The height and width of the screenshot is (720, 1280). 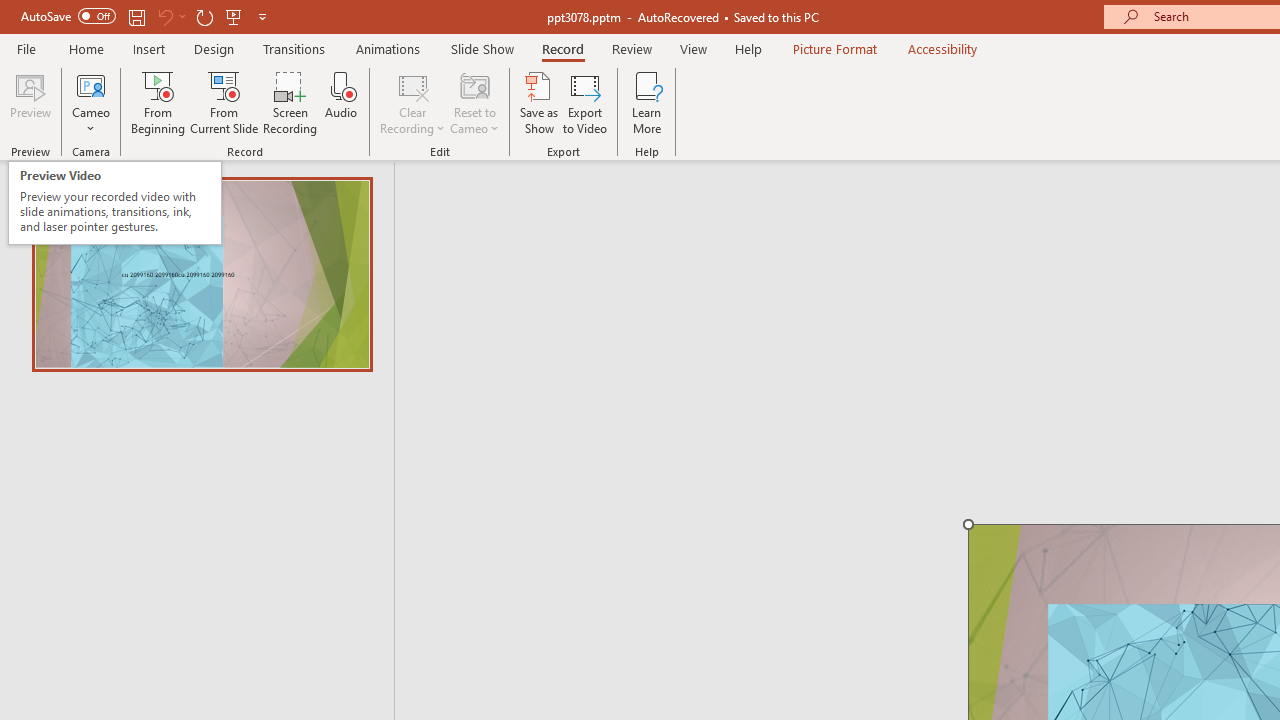 I want to click on 'Audio', so click(x=341, y=103).